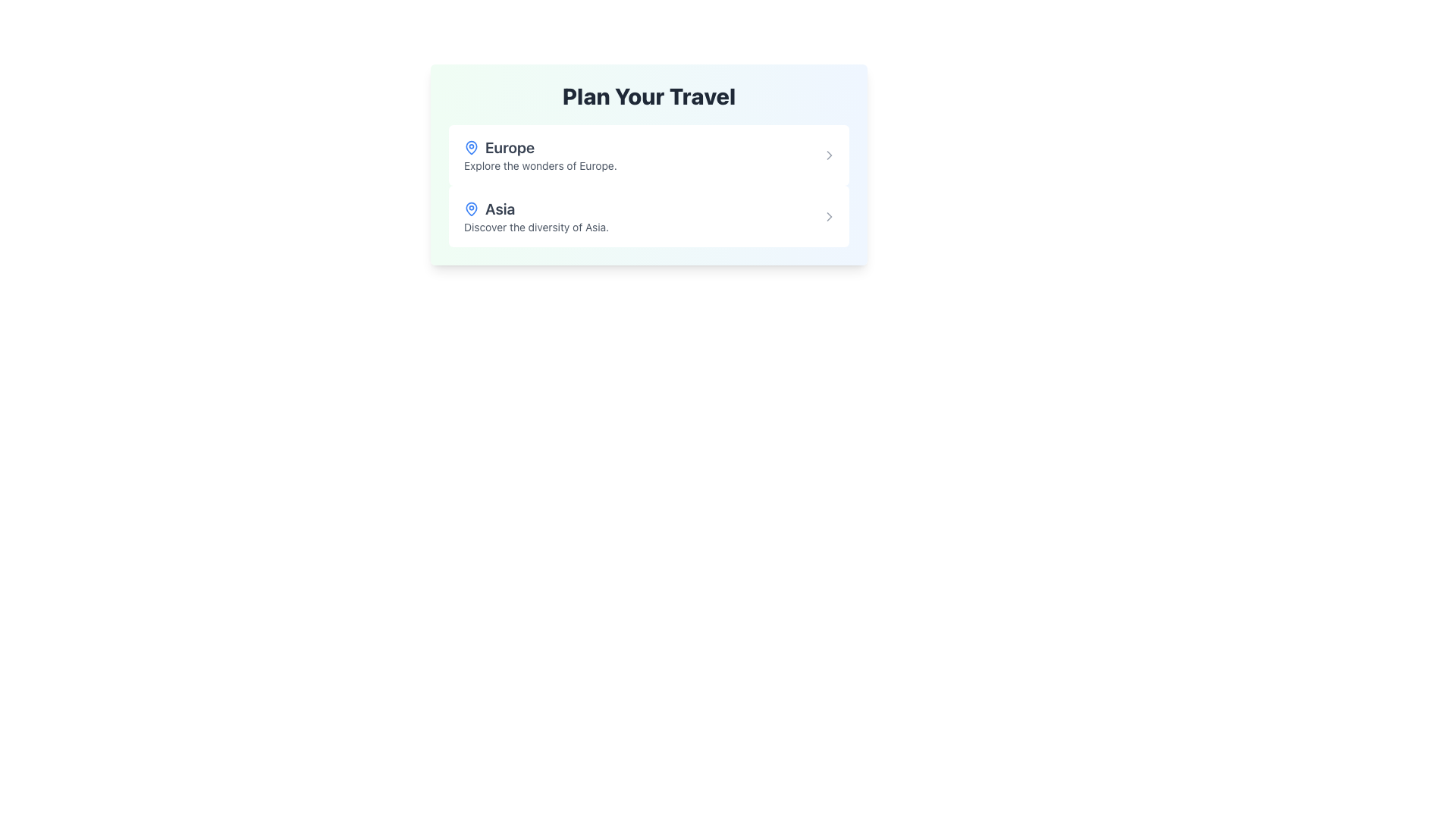 The width and height of the screenshot is (1456, 819). Describe the element at coordinates (540, 166) in the screenshot. I see `the text block containing the phrase 'Explore the wonders of Europe.' which is styled in a smaller grayish font and positioned beneath the main heading 'Europe'` at that location.